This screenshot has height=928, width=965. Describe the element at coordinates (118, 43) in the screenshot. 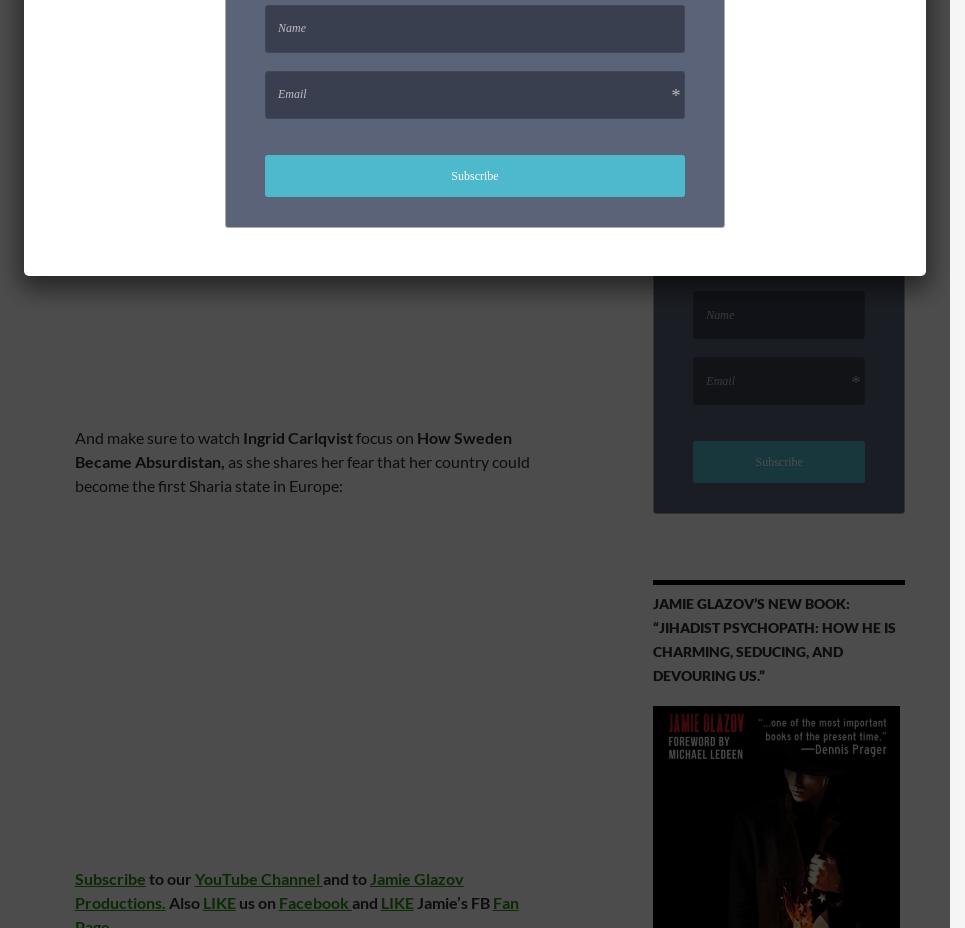

I see `'Don’t miss it!'` at that location.